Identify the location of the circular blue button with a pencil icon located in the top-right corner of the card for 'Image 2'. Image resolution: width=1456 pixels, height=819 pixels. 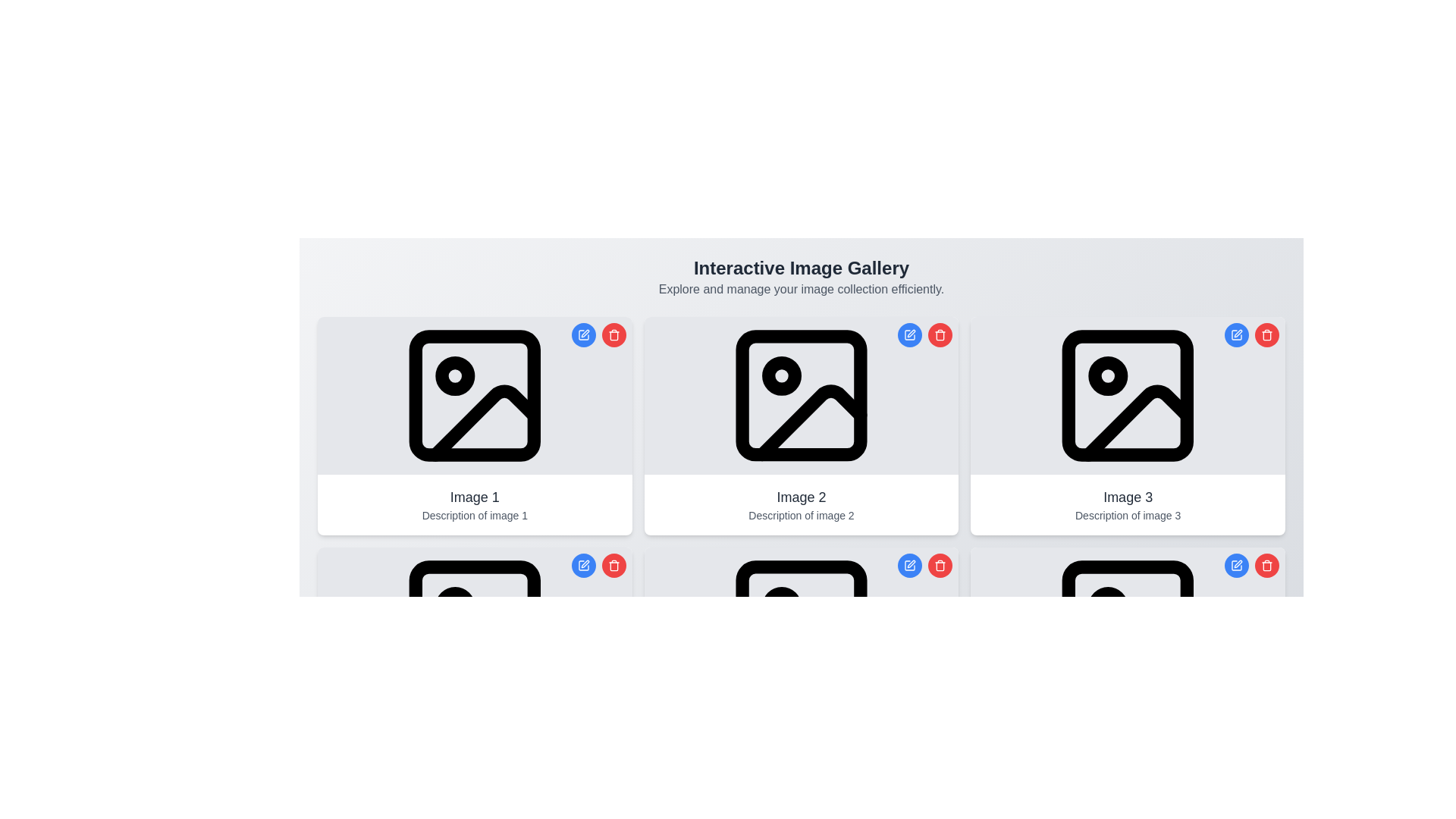
(910, 334).